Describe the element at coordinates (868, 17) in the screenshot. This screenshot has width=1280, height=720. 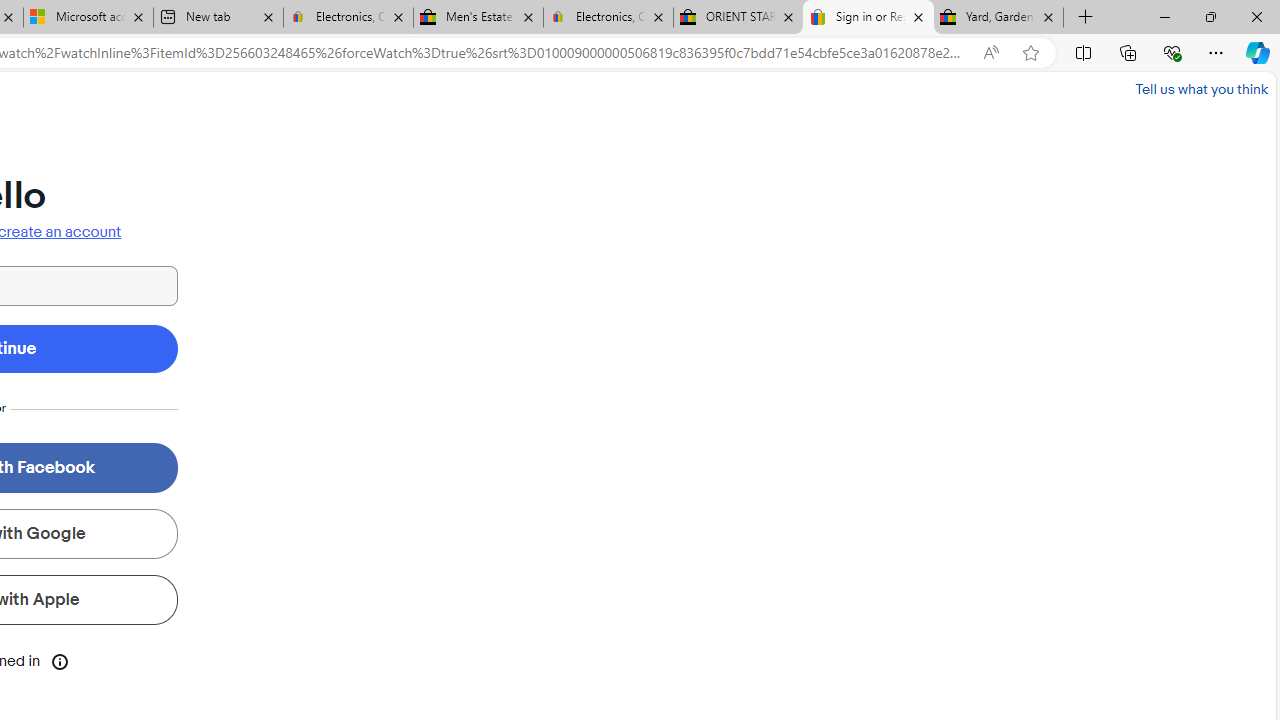
I see `'Sign in or Register | eBay'` at that location.